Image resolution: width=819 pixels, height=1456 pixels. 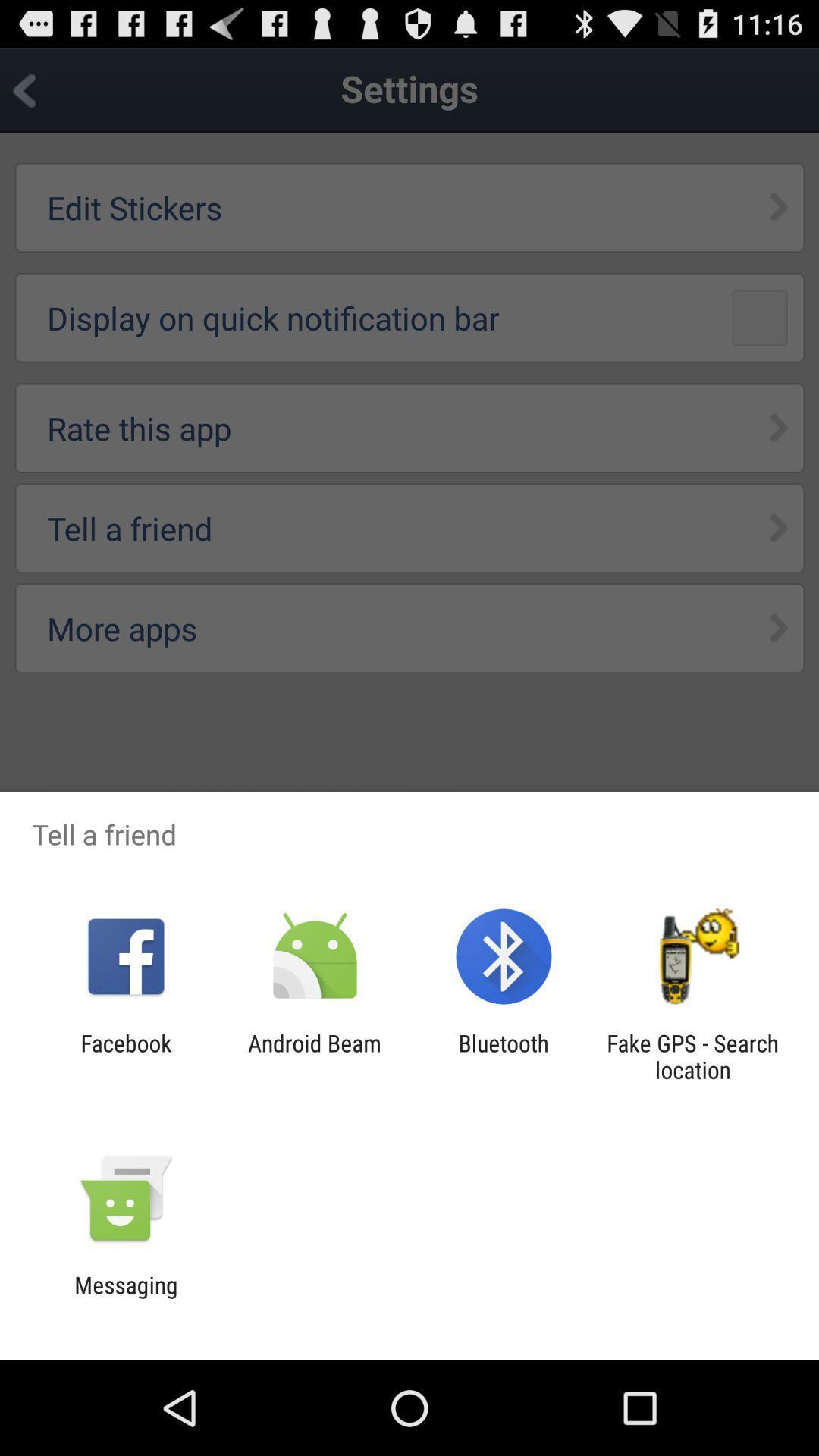 I want to click on item to the left of the android beam item, so click(x=125, y=1056).